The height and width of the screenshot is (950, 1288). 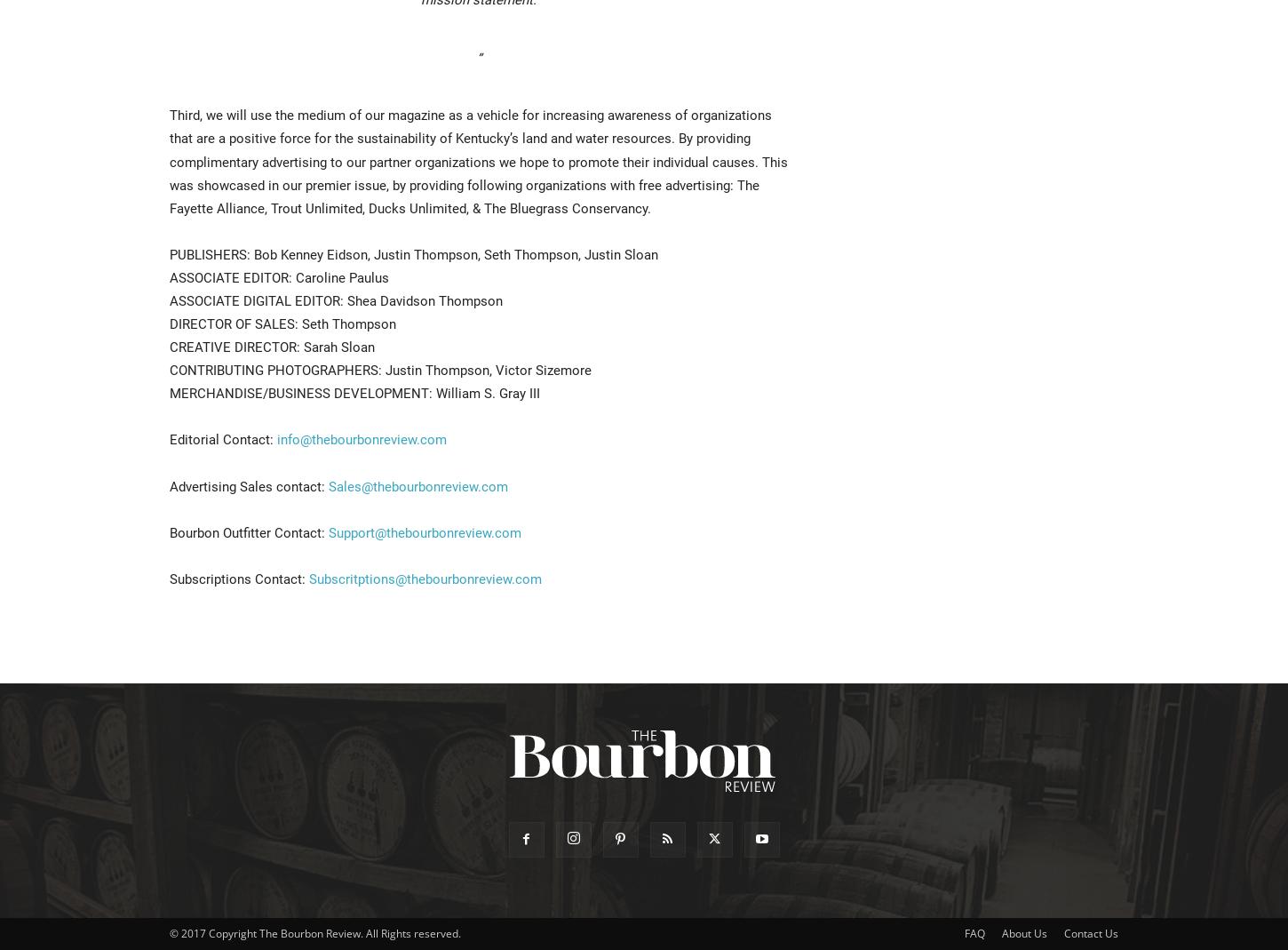 What do you see at coordinates (335, 300) in the screenshot?
I see `'ASSOCIATE DIGITAL EDITOR: Shea Davidson Thompson'` at bounding box center [335, 300].